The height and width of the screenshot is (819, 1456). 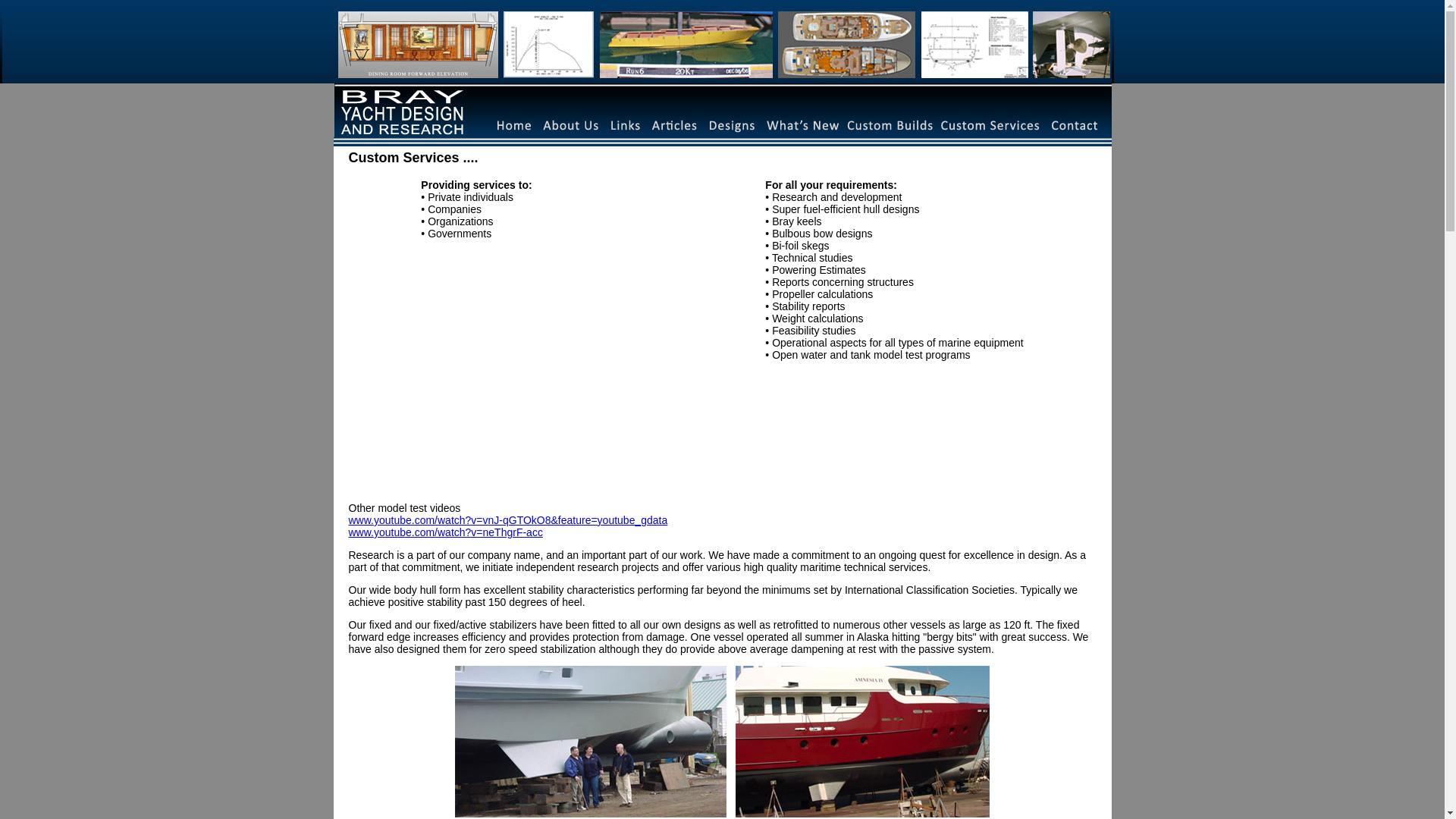 I want to click on 'www.youtube.com/watch?v=vnJ-qGTOkO8&feature=youtube_gdata', so click(x=508, y=519).